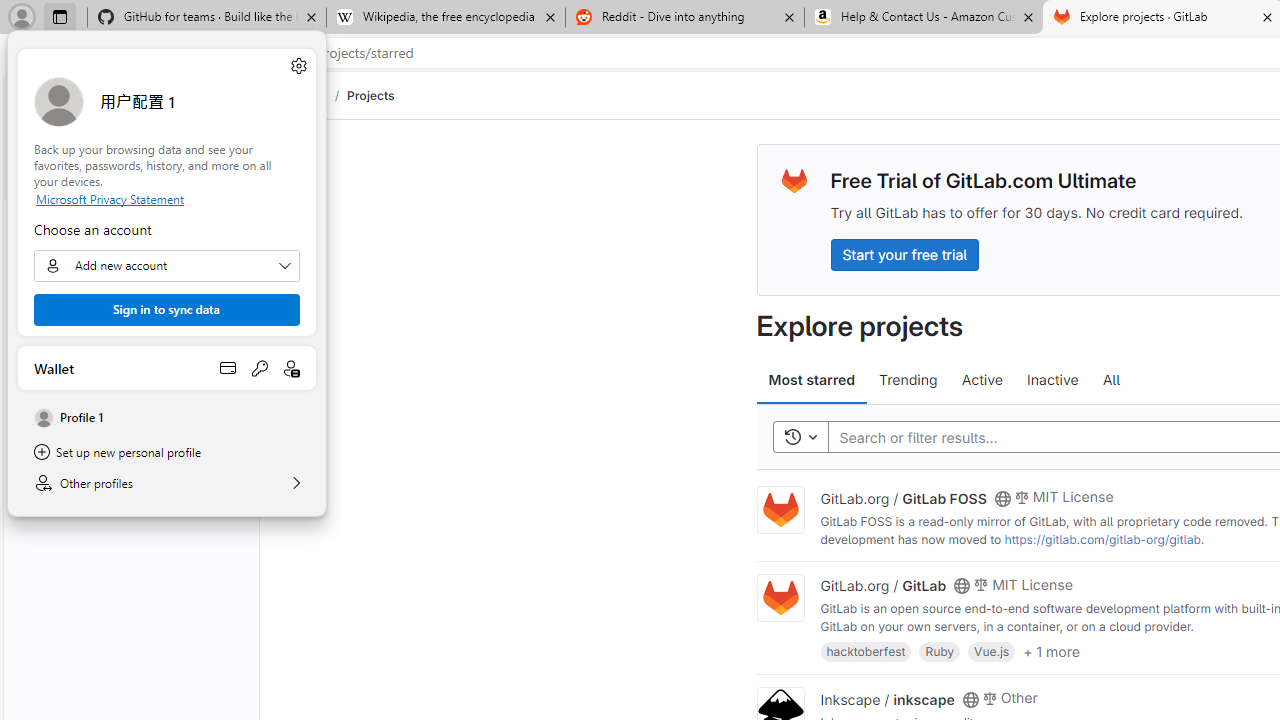 Image resolution: width=1280 pixels, height=720 pixels. What do you see at coordinates (167, 265) in the screenshot?
I see `'Choose an account'` at bounding box center [167, 265].